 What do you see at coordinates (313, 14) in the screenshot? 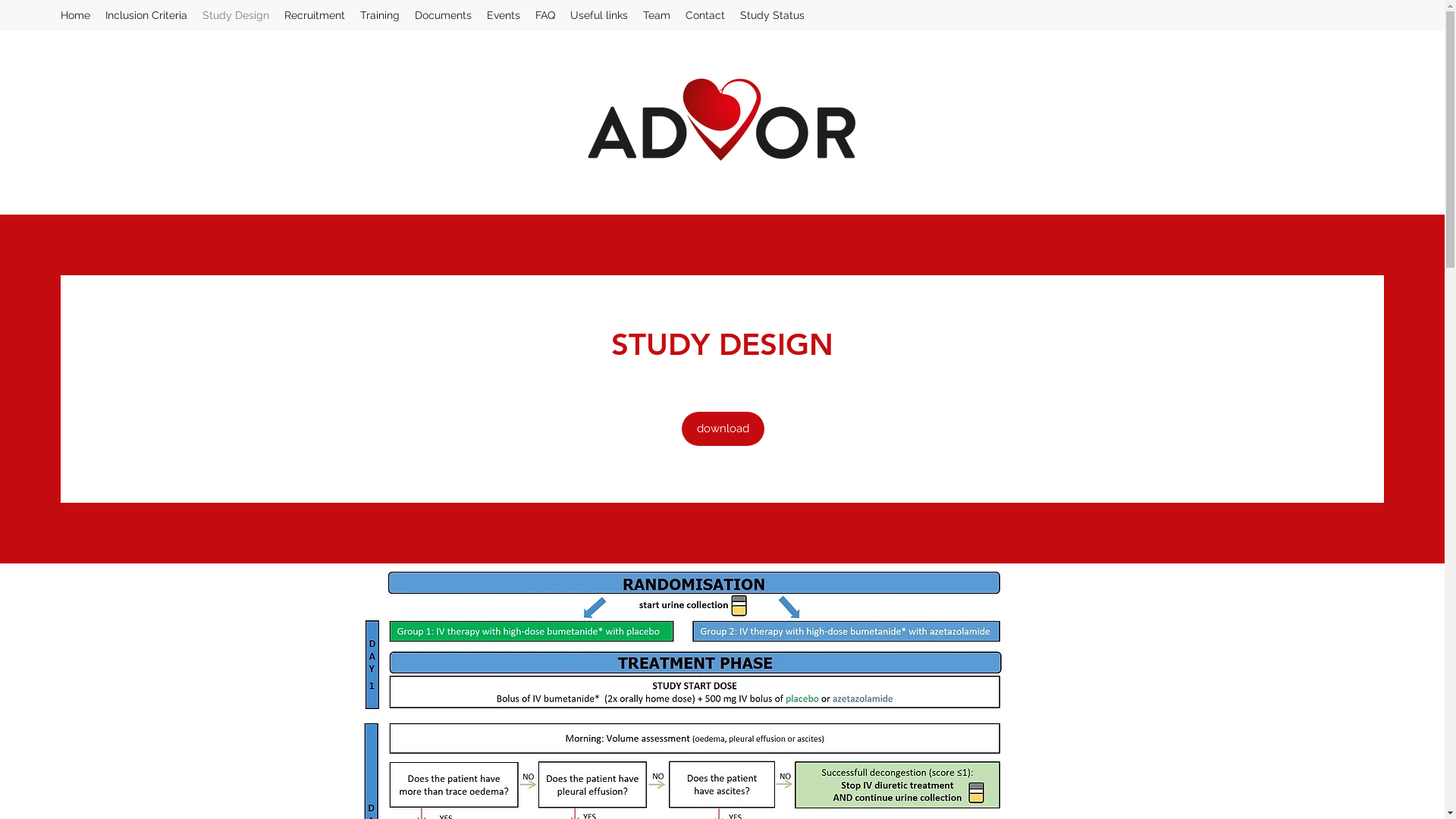
I see `'Recruitment'` at bounding box center [313, 14].